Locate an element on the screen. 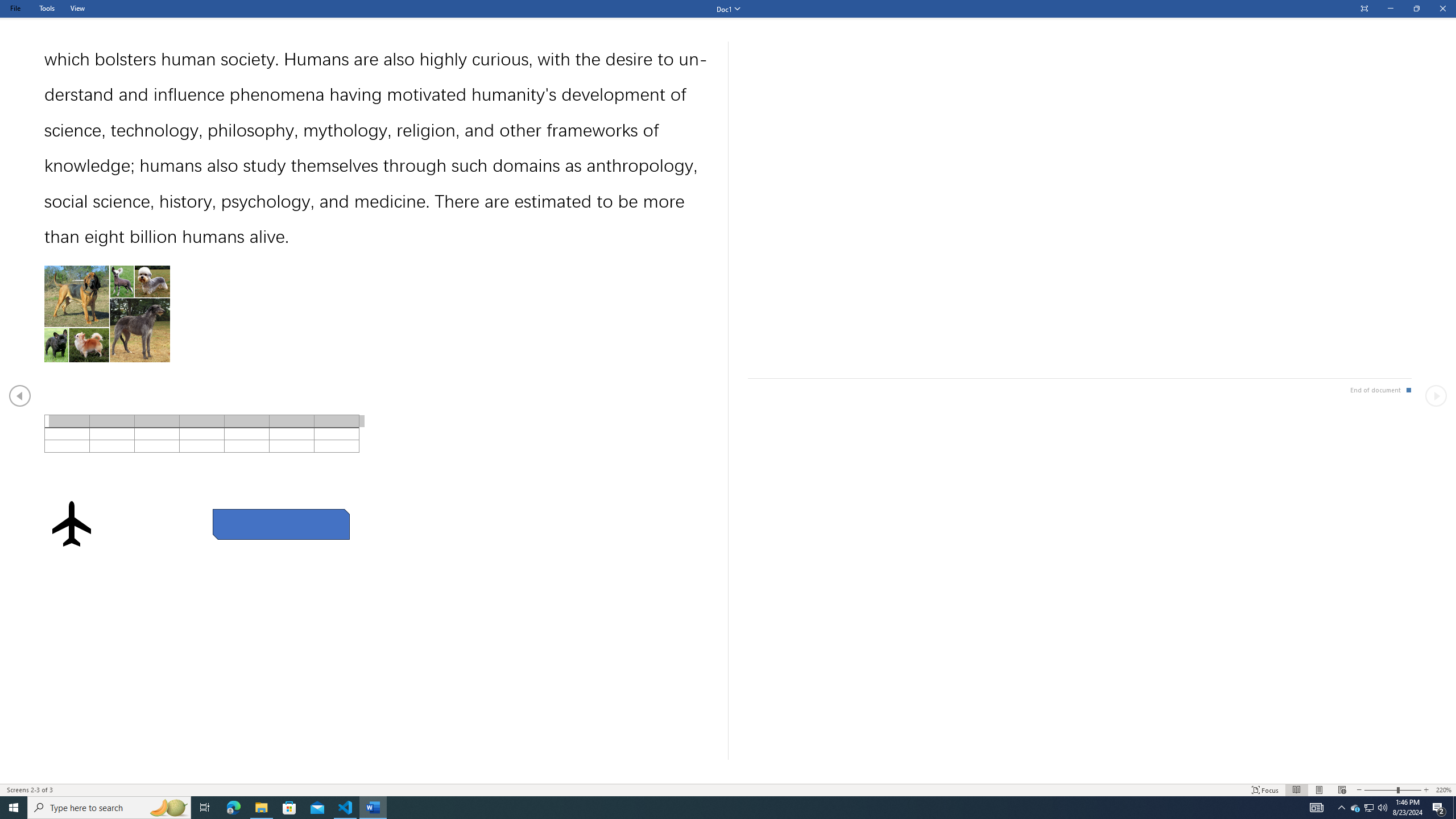 The width and height of the screenshot is (1456, 819). 'Decrease Text Size' is located at coordinates (1358, 790).